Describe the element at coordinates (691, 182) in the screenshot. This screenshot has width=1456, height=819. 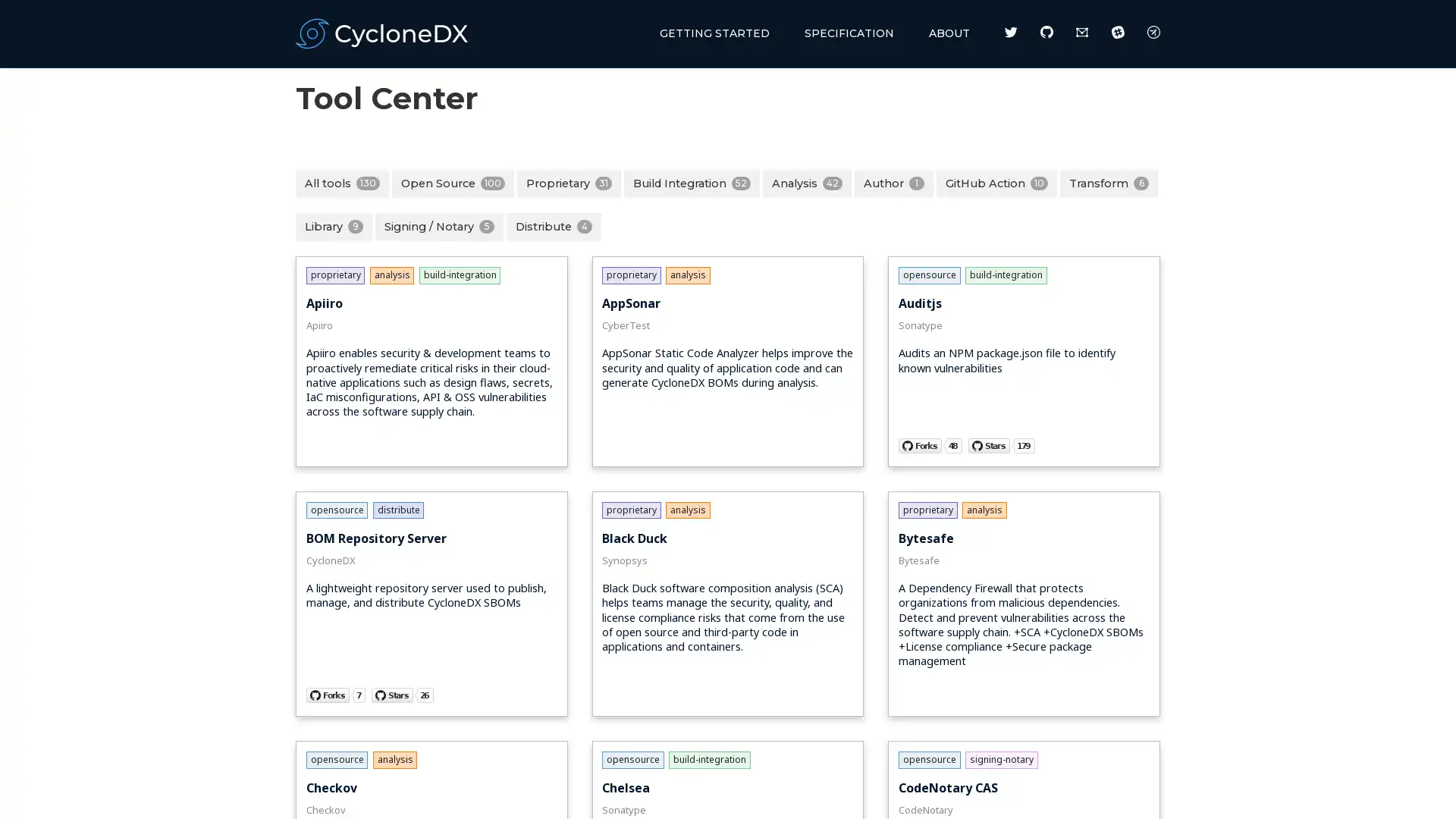
I see `Build Integration 52` at that location.